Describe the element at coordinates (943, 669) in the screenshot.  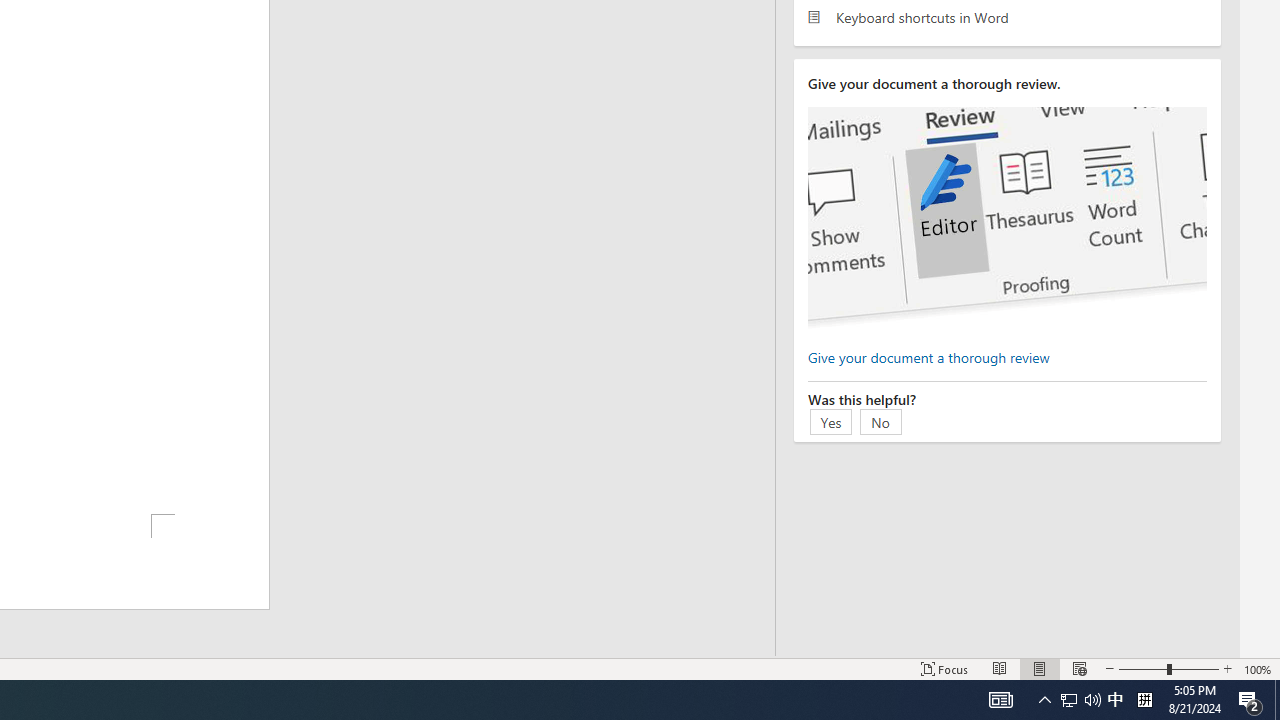
I see `'Focus '` at that location.